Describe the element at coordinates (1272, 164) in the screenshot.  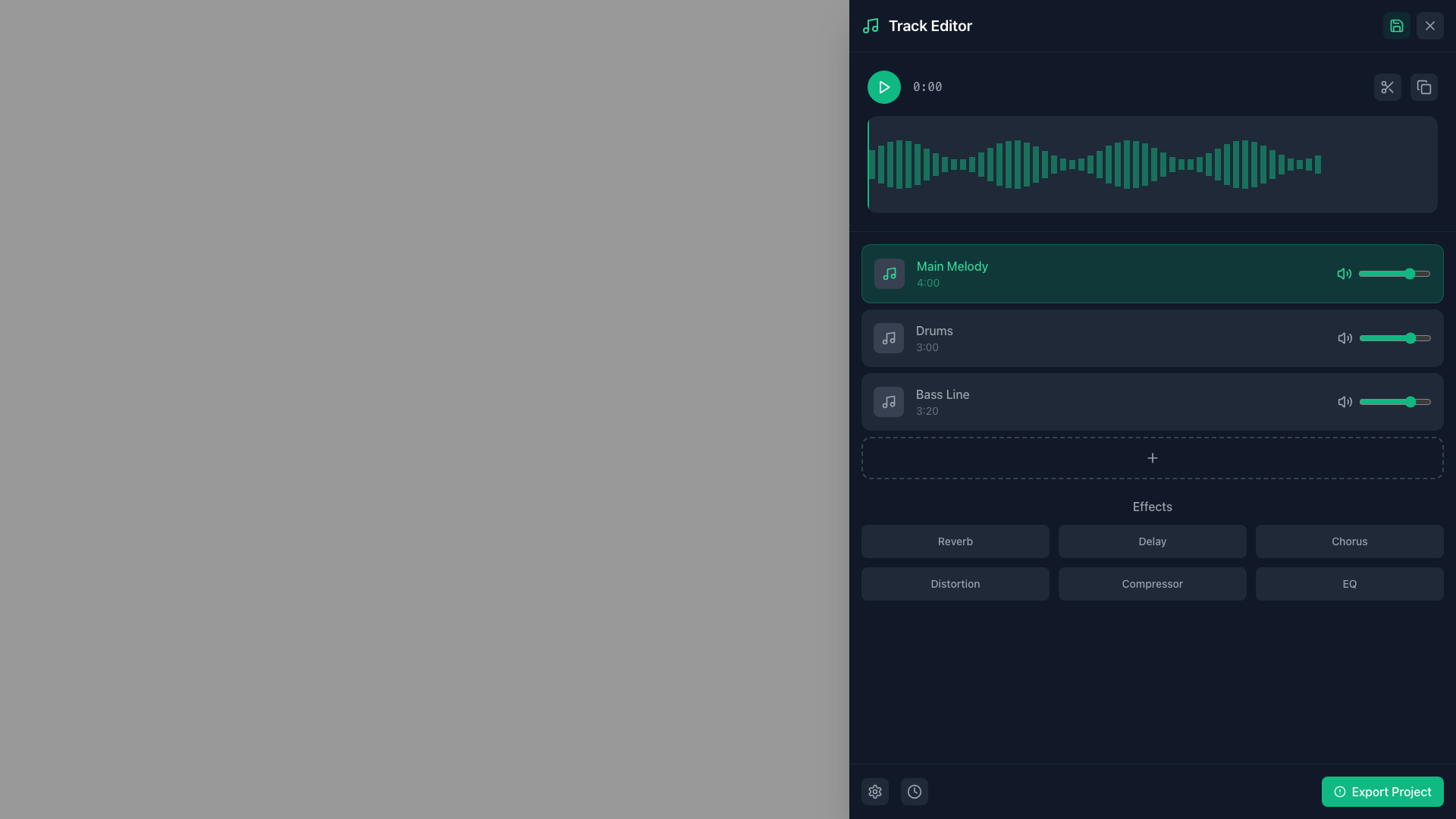
I see `the 43rd graphical bar element representing the audio waveform, which is located towards the upper-right portion of the display` at that location.